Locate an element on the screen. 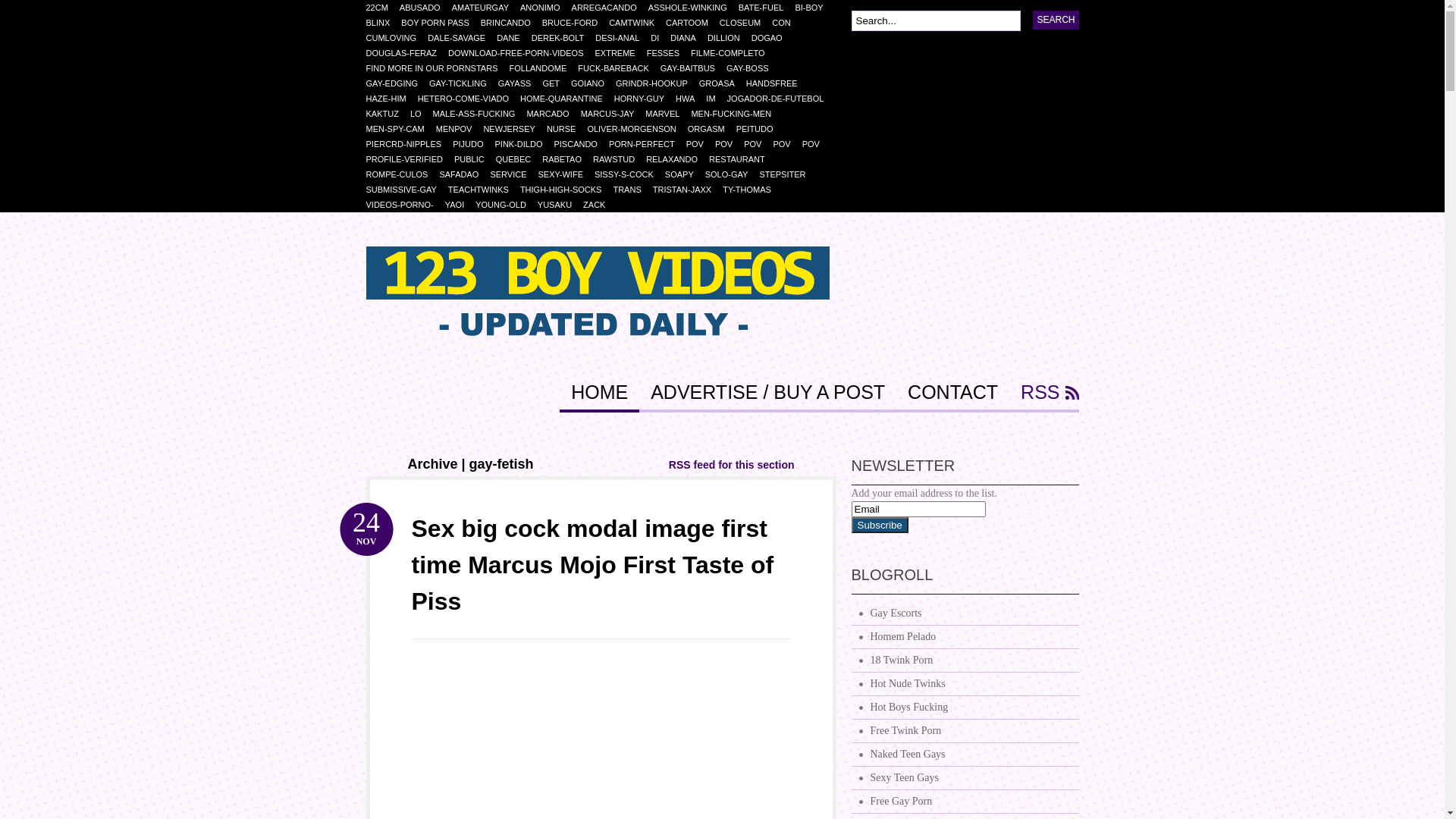  'ANONIMO' is located at coordinates (546, 8).